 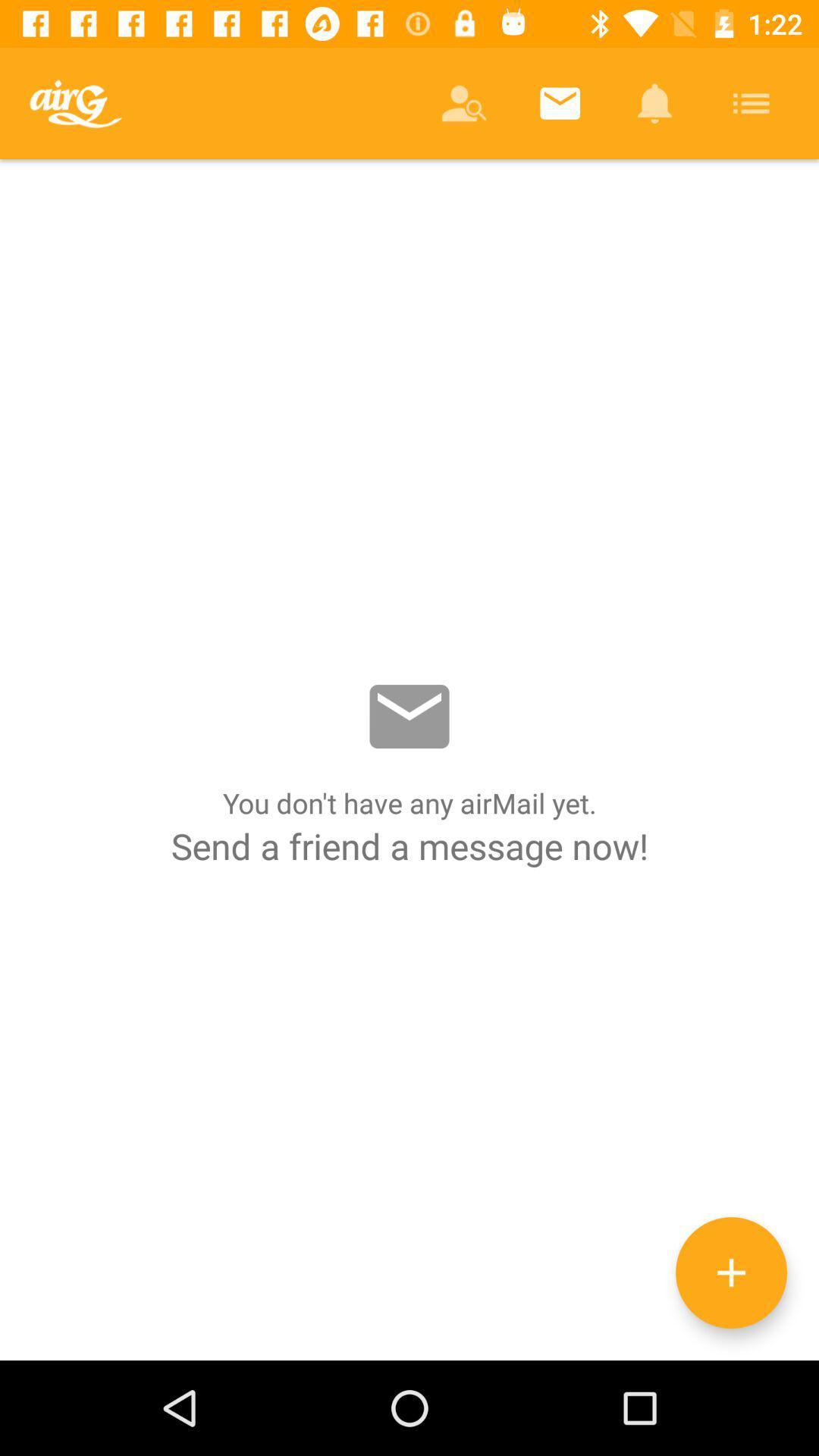 What do you see at coordinates (409, 760) in the screenshot?
I see `main application screen` at bounding box center [409, 760].